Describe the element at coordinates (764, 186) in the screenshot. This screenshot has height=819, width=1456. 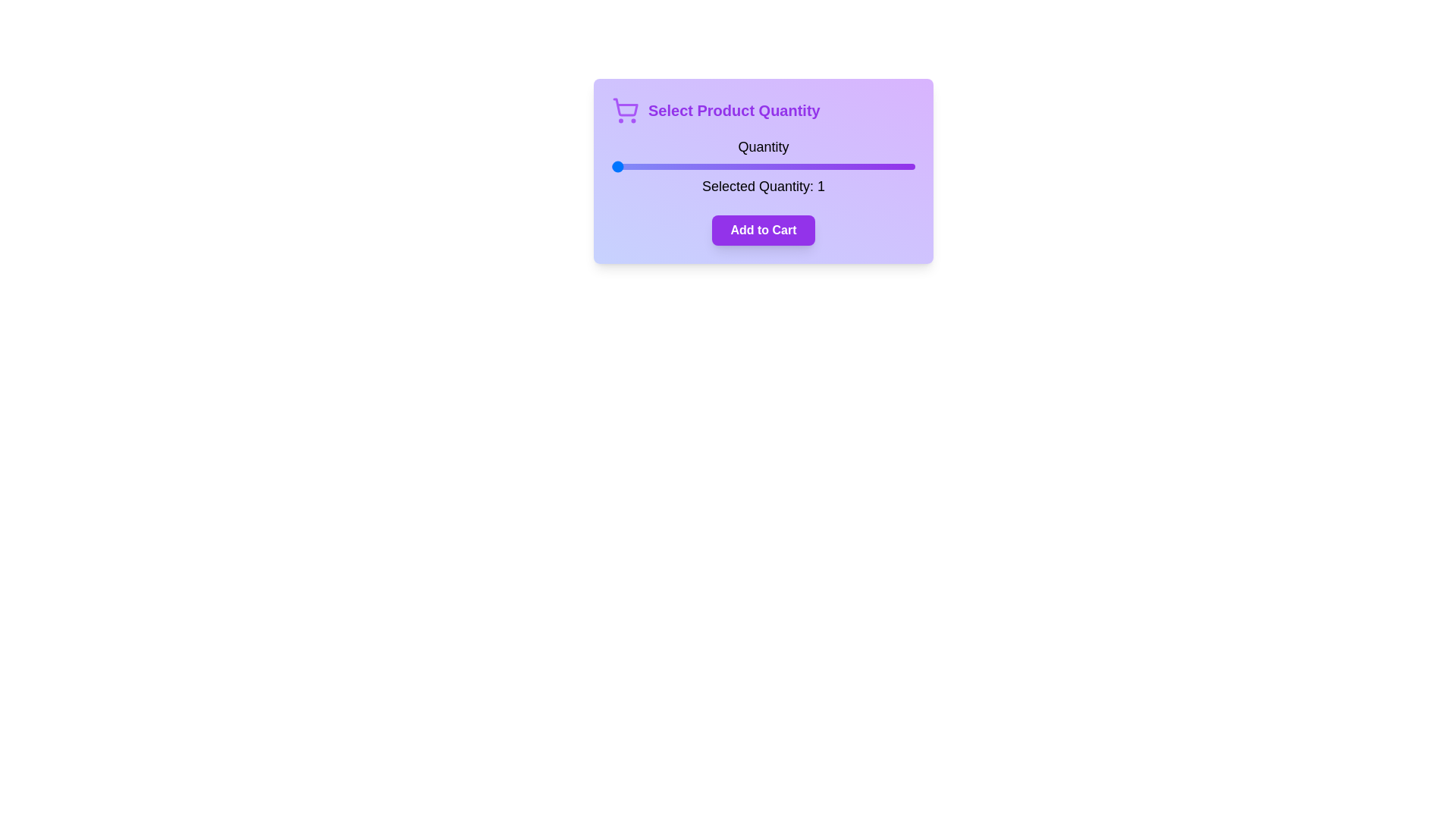
I see `the text displaying the selected quantity` at that location.